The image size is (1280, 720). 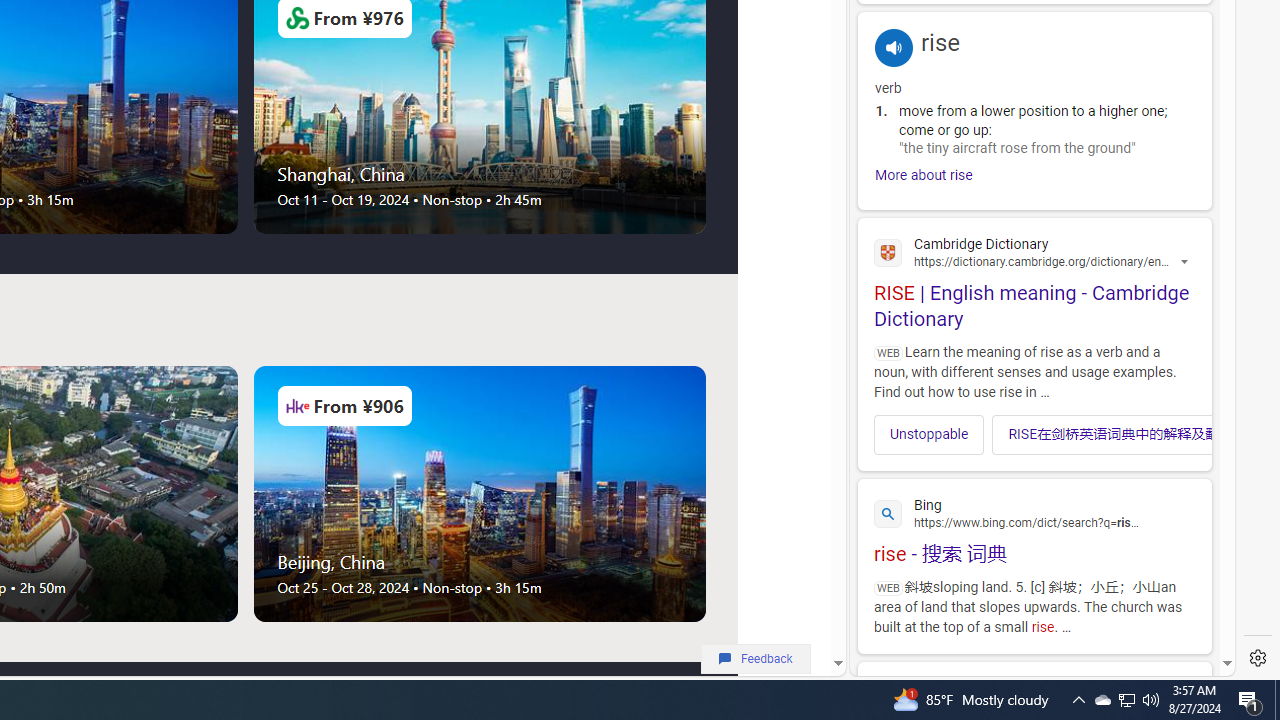 I want to click on 'pronounce', so click(x=893, y=46).